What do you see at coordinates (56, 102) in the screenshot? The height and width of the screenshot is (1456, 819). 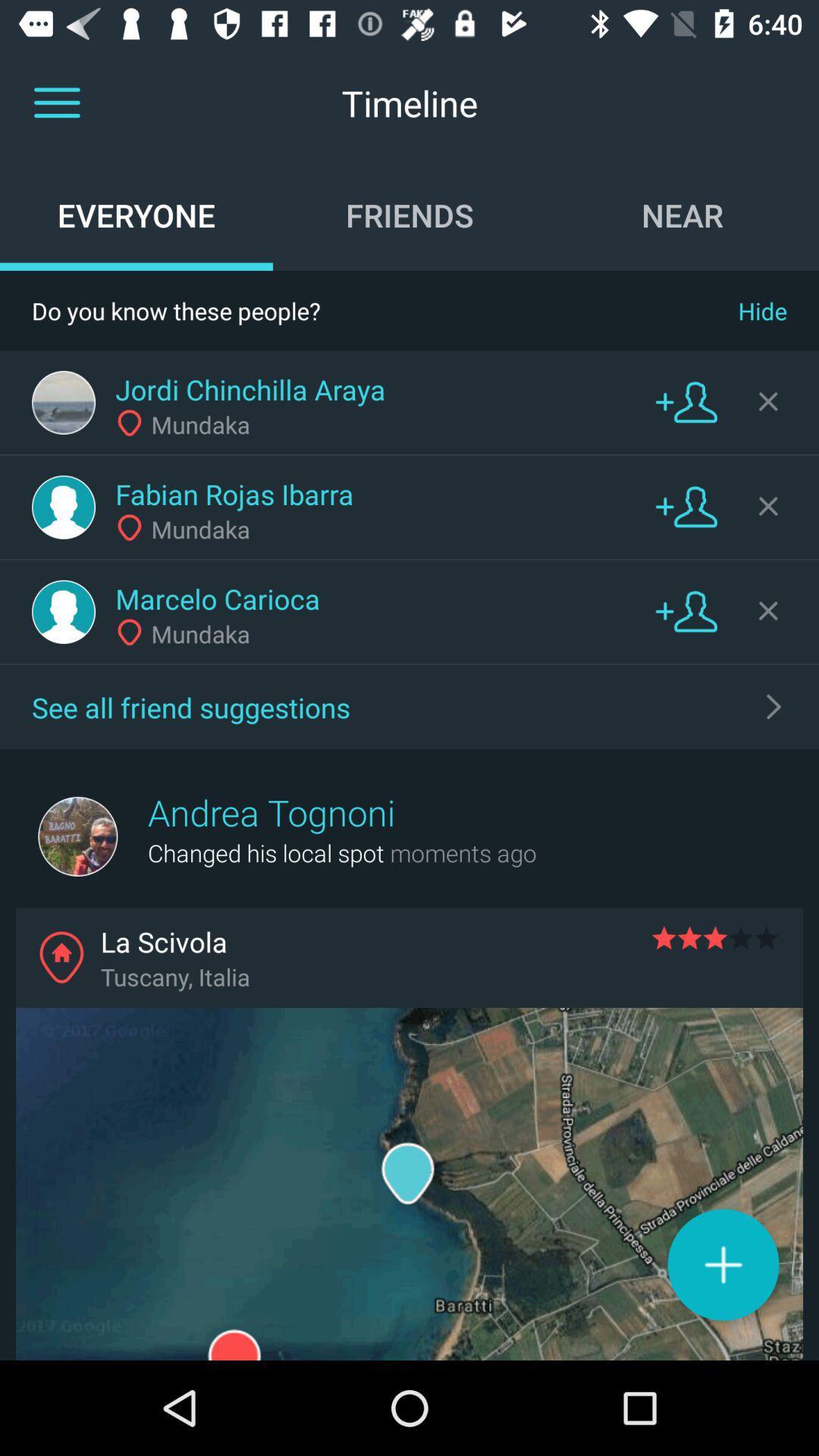 I see `the menu icon` at bounding box center [56, 102].